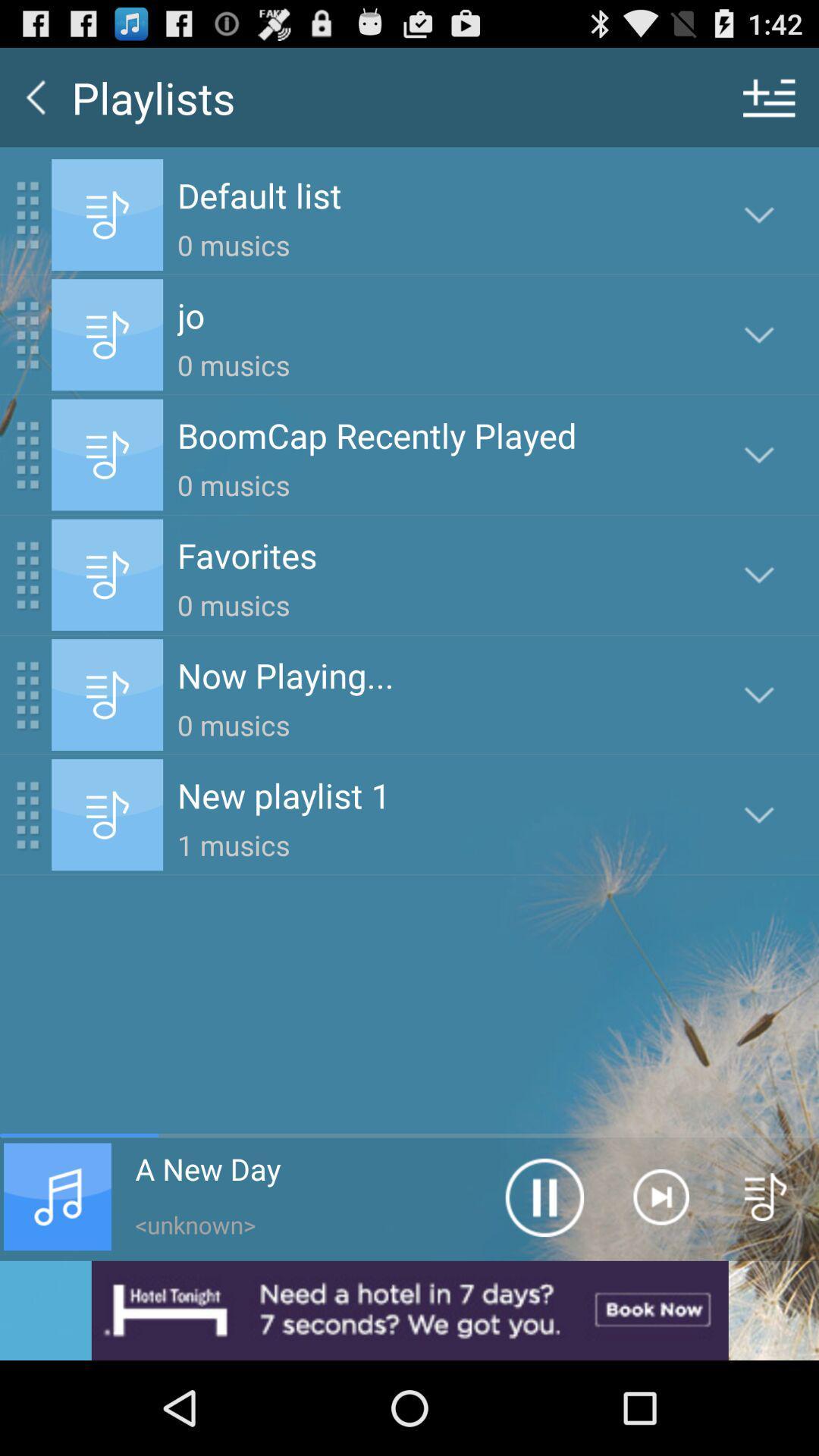  What do you see at coordinates (769, 103) in the screenshot?
I see `the sliders icon` at bounding box center [769, 103].